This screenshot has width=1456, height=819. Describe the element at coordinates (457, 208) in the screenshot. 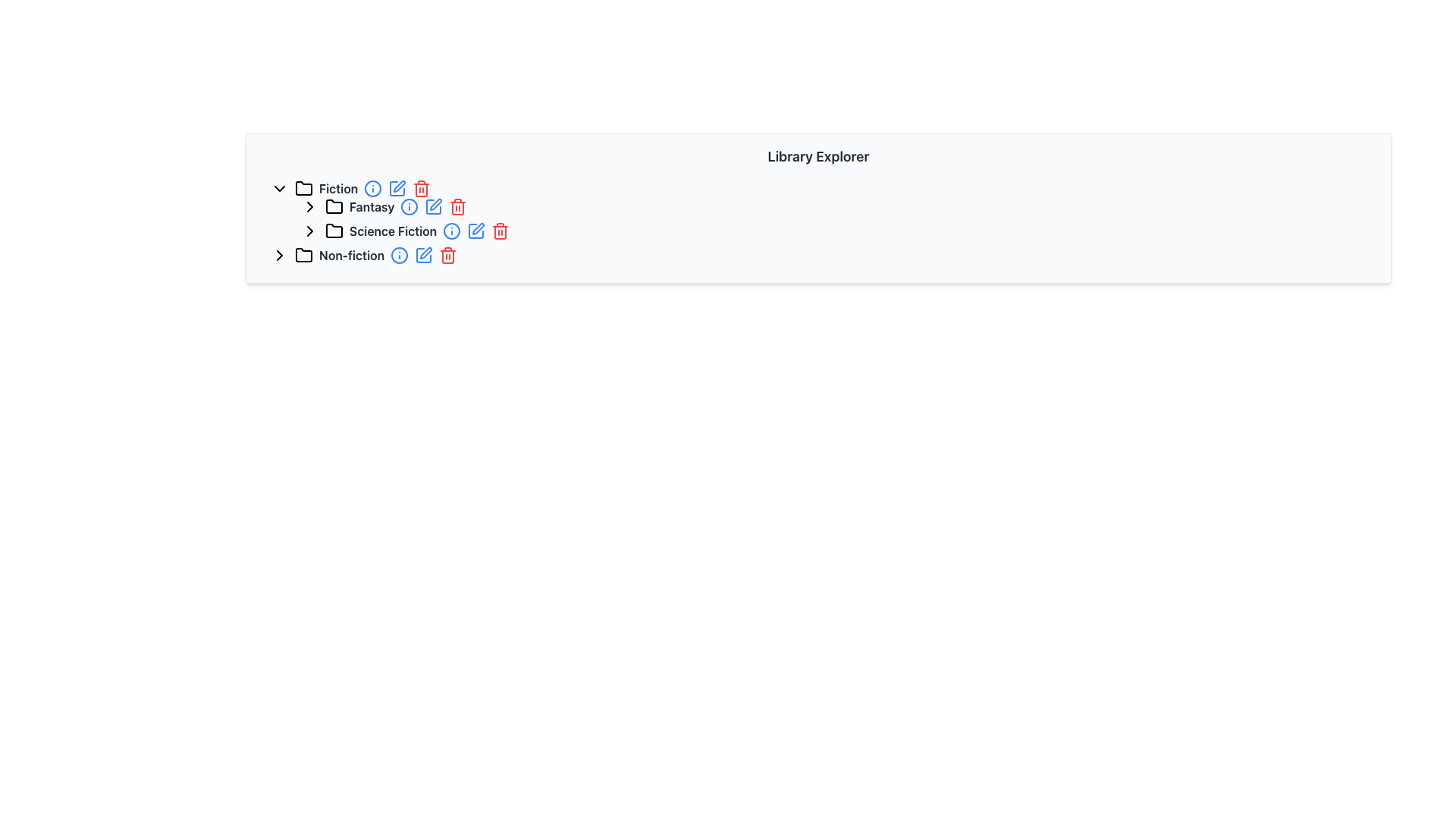

I see `the trash can icon that symbolizes the delete action next to the 'Fantasy' label under 'Fiction'` at that location.